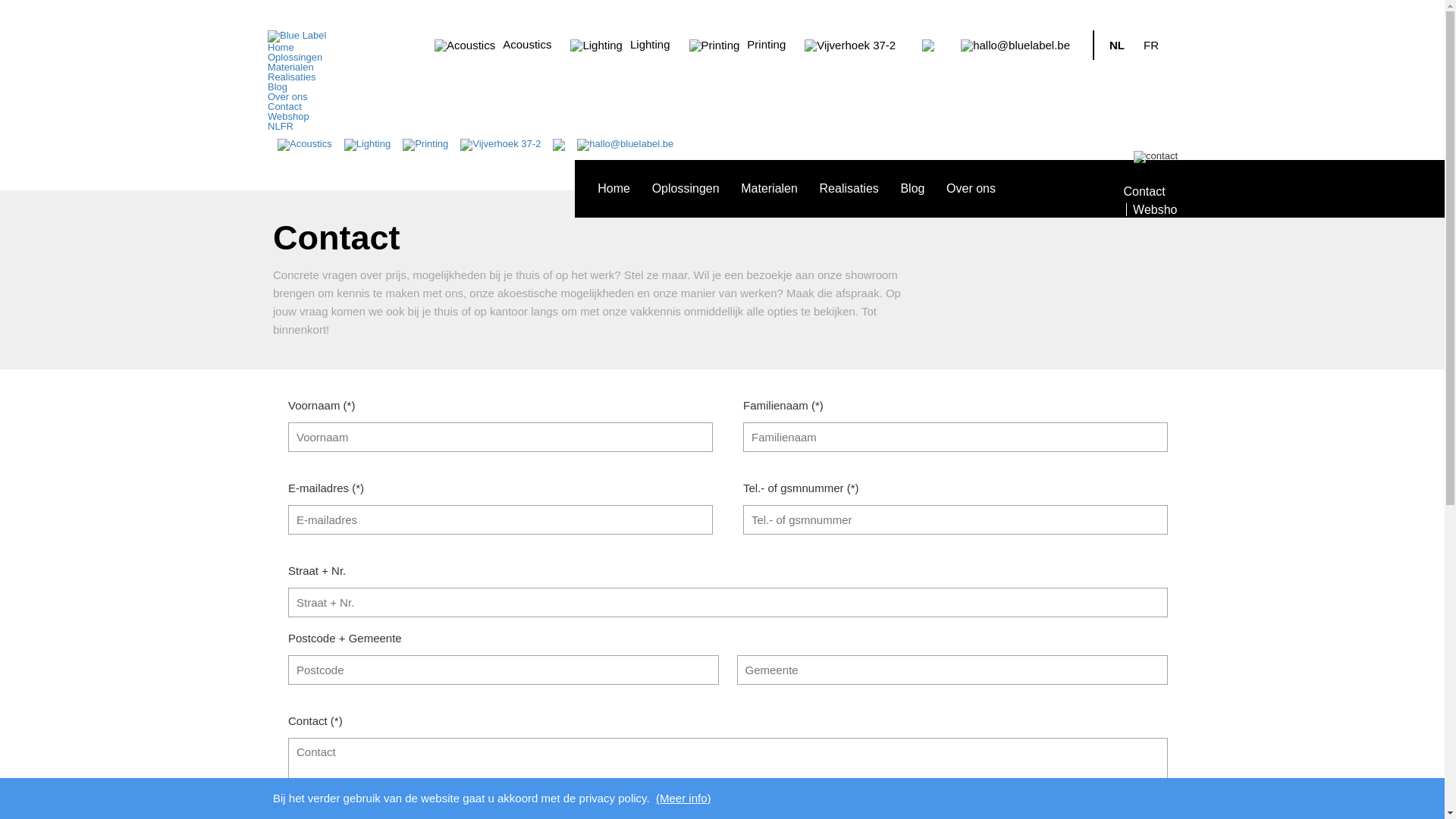 The image size is (1456, 819). I want to click on 'Oplossingen', so click(685, 187).